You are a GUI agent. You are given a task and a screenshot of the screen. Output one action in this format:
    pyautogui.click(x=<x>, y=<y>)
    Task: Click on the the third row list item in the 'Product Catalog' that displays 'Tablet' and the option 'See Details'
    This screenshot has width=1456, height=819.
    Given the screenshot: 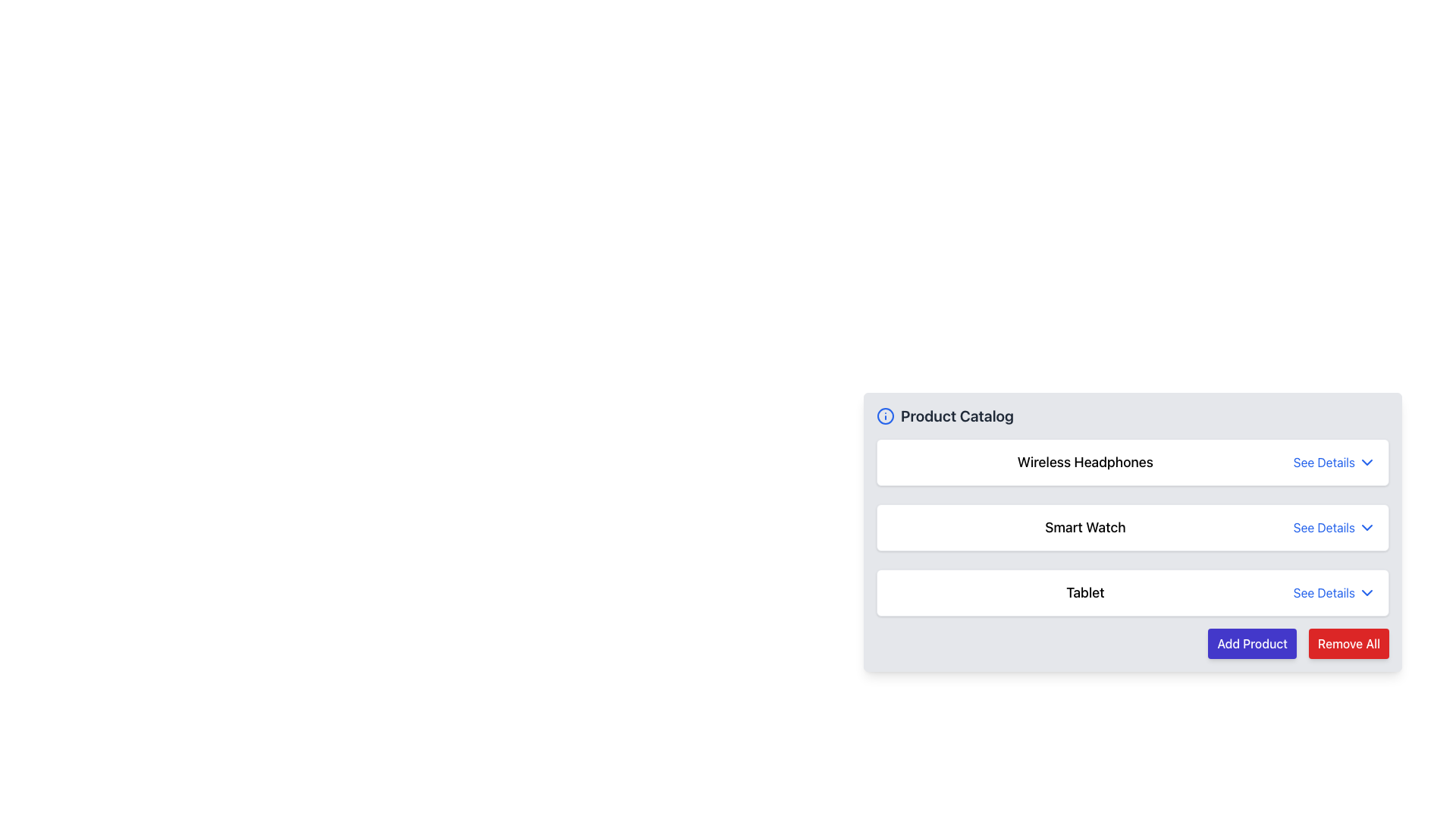 What is the action you would take?
    pyautogui.click(x=1132, y=592)
    